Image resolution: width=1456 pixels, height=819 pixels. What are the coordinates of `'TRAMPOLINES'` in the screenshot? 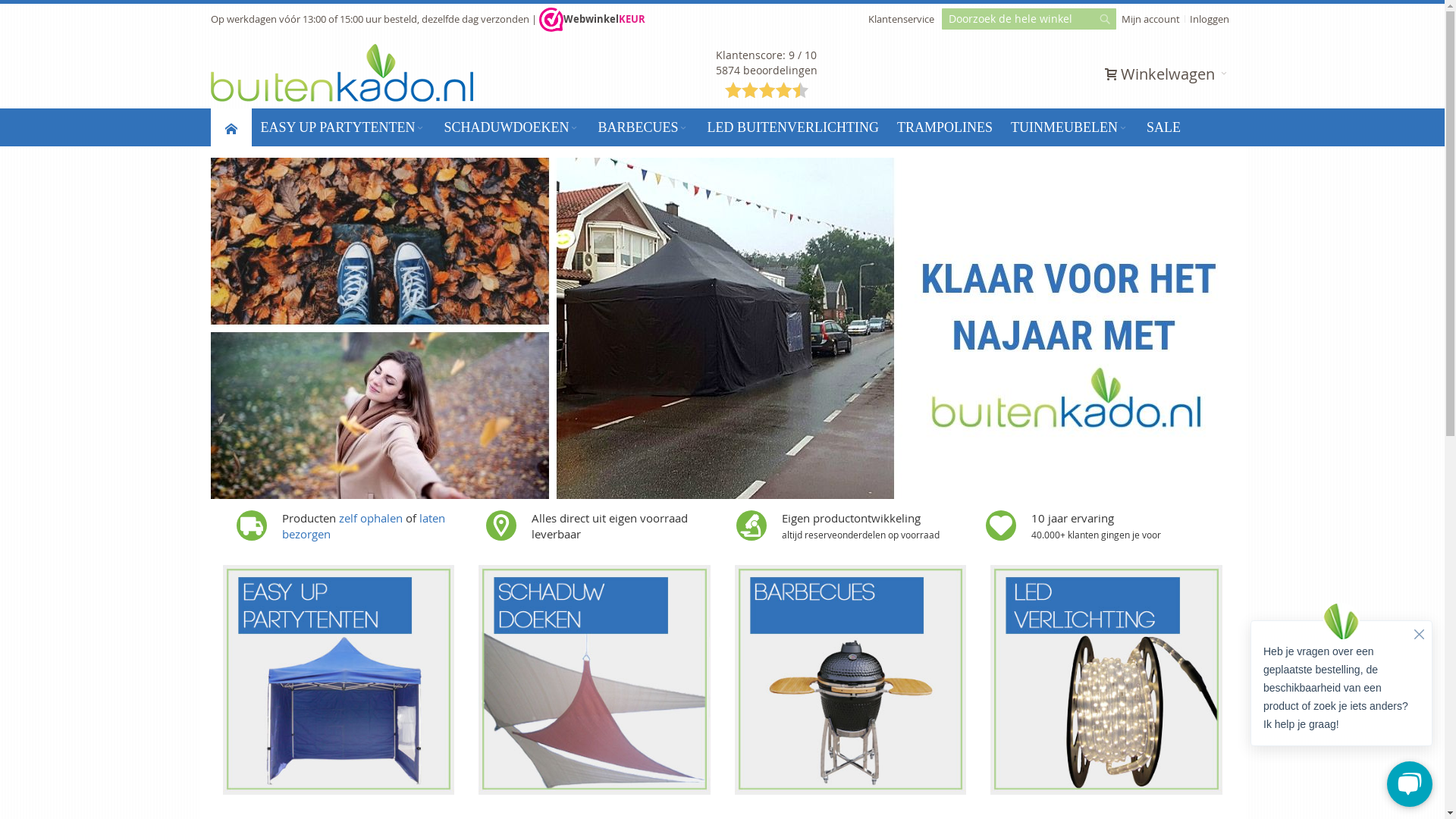 It's located at (944, 127).